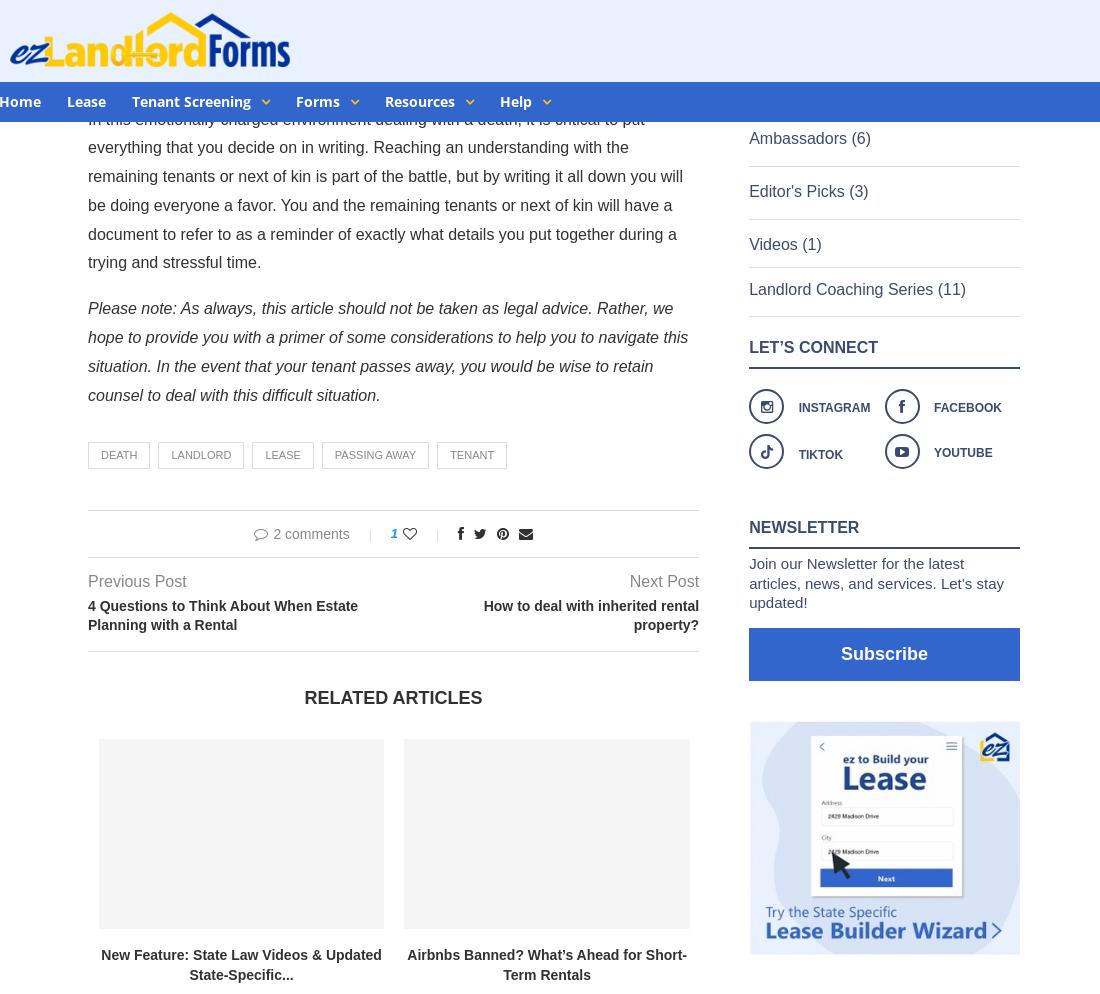  What do you see at coordinates (971, 570) in the screenshot?
I see `'Terms of Use'` at bounding box center [971, 570].